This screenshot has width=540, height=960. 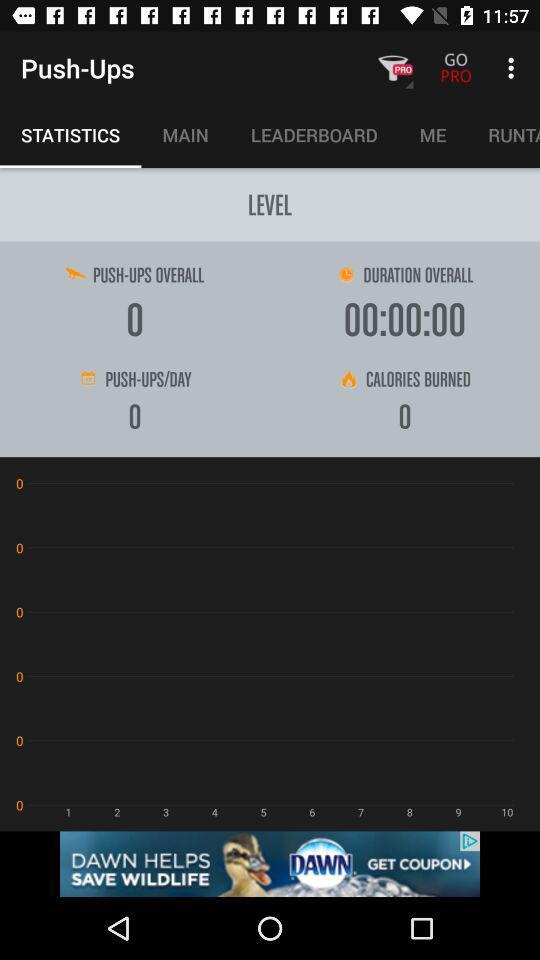 What do you see at coordinates (185, 133) in the screenshot?
I see `main on the right side of statistics` at bounding box center [185, 133].